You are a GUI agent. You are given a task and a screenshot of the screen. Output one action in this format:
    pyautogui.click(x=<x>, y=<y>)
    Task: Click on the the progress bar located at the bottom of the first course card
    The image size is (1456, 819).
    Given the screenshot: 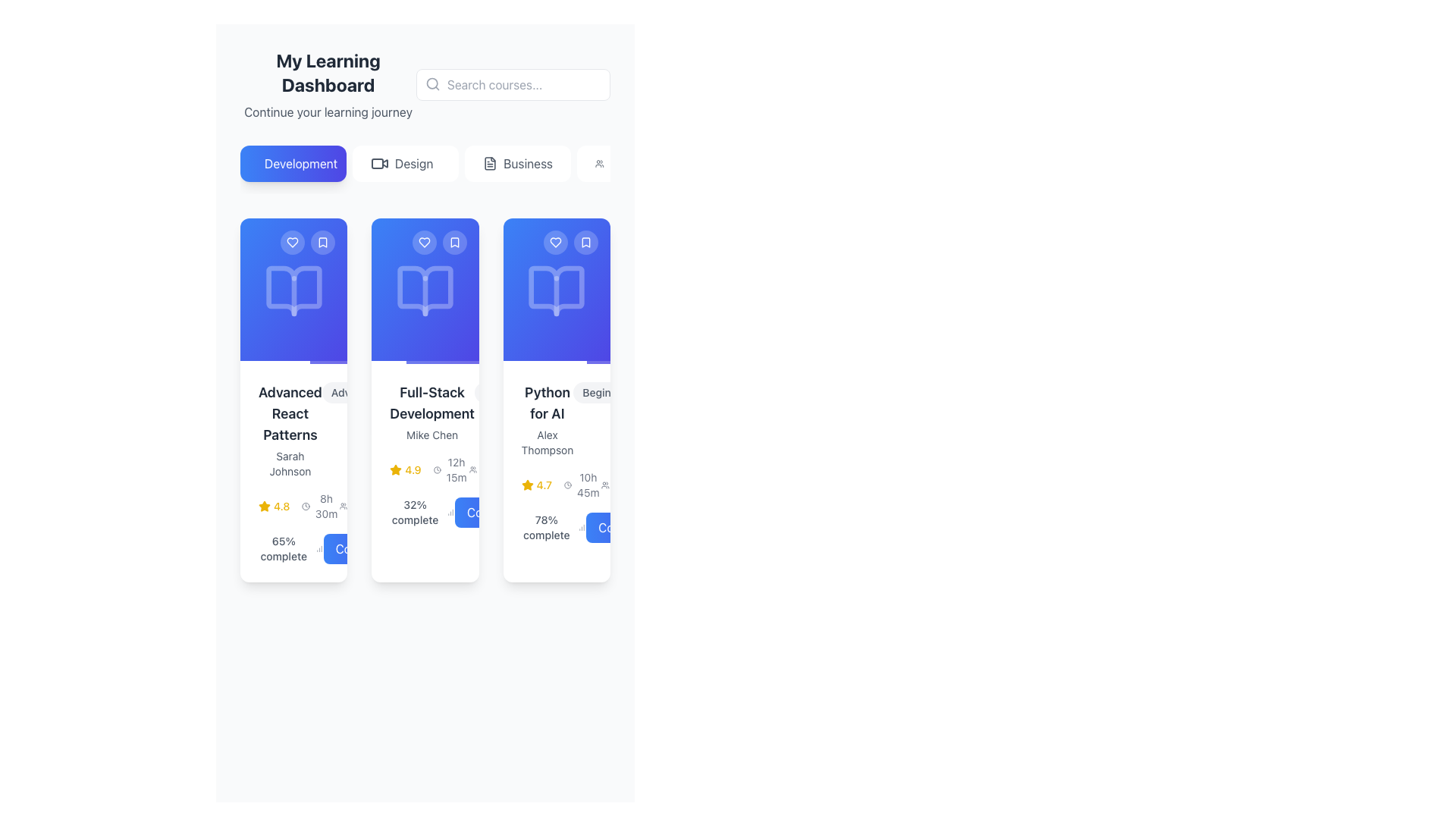 What is the action you would take?
    pyautogui.click(x=293, y=362)
    